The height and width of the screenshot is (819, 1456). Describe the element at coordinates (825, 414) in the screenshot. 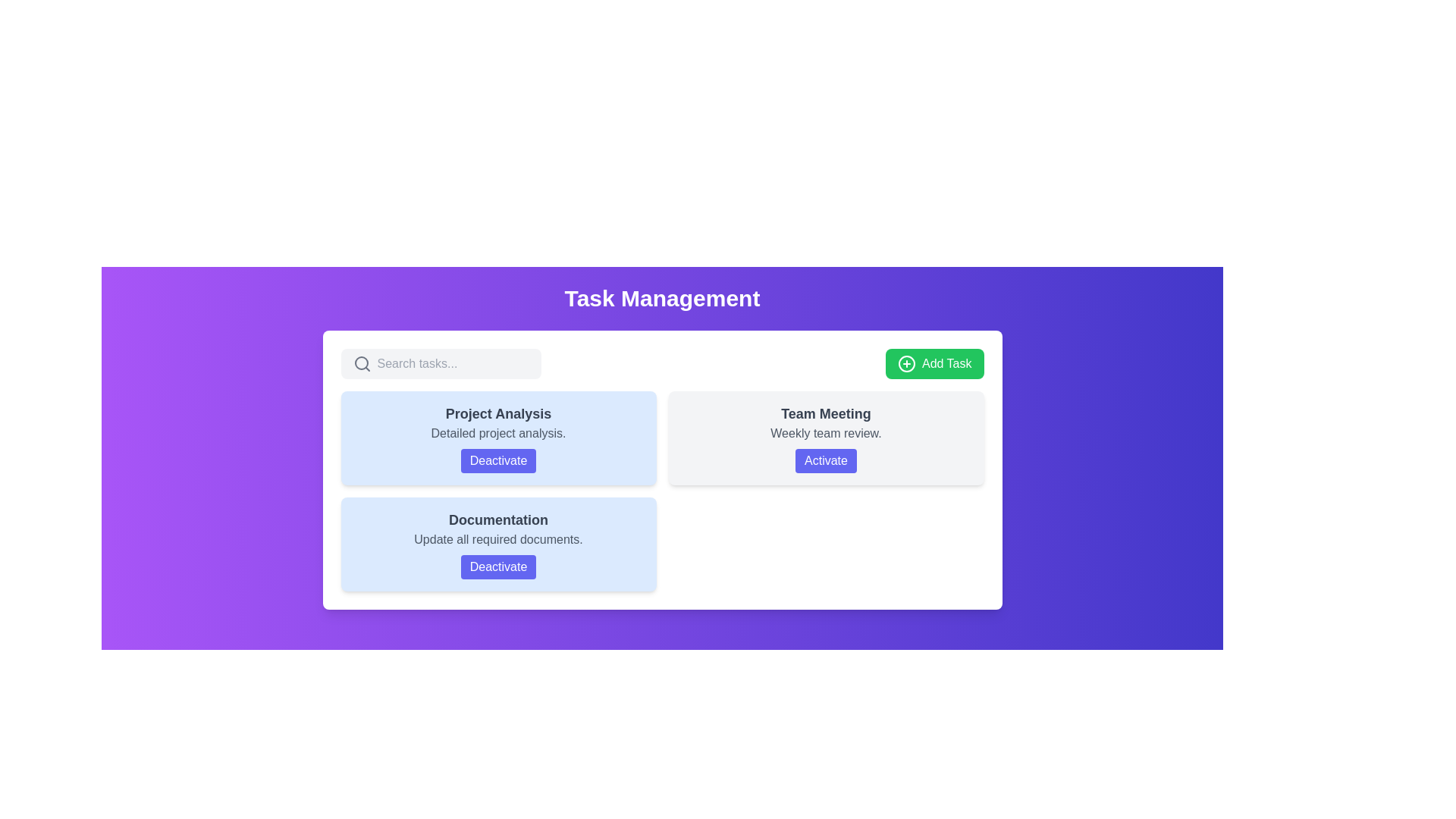

I see `the 'Team Meeting' text, which is displayed in bold, large font with a dark gray color on a light gray card background, located in the upper-right area of the task list interface` at that location.